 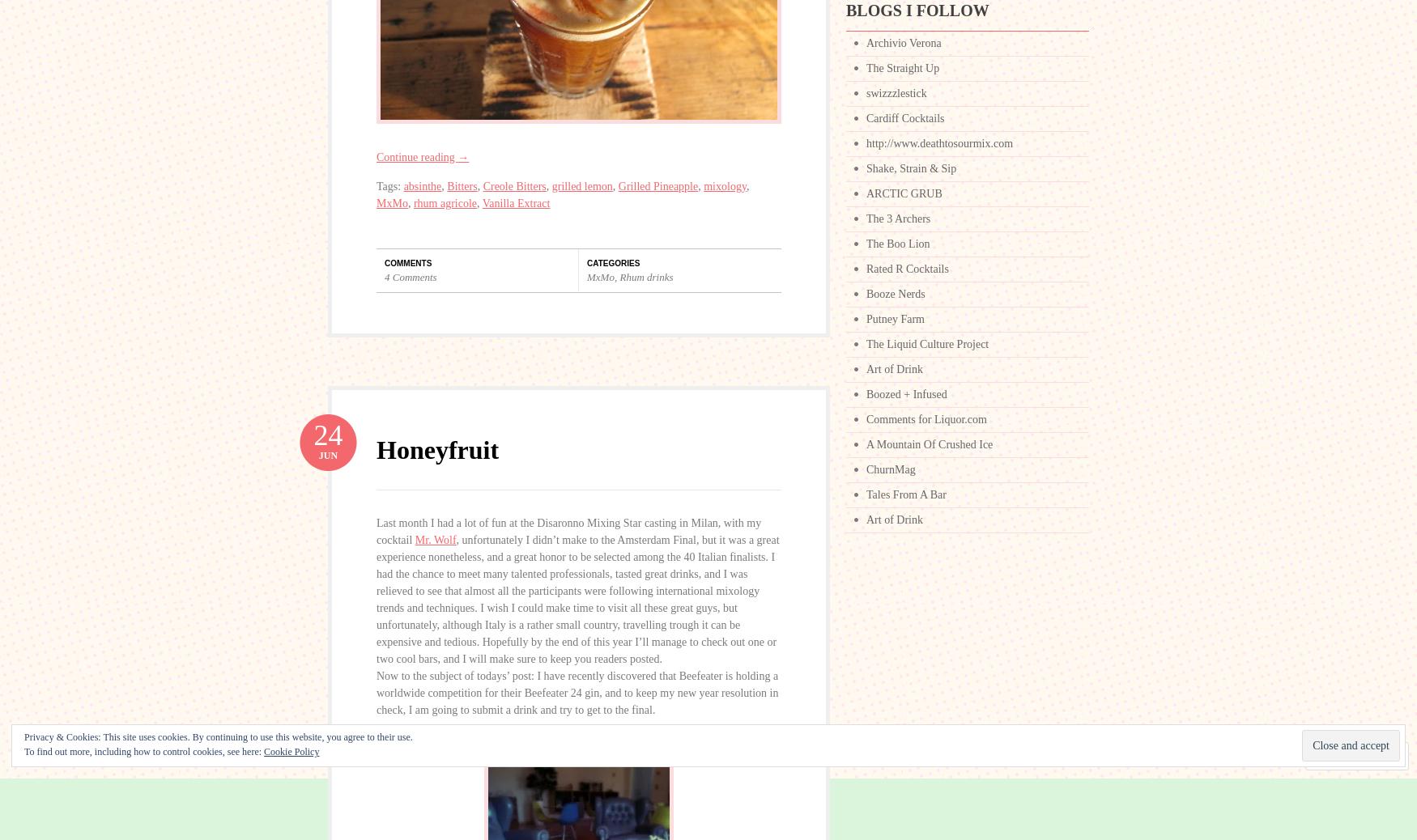 I want to click on 'To find out more, including how to control cookies, see here:', so click(x=143, y=752).